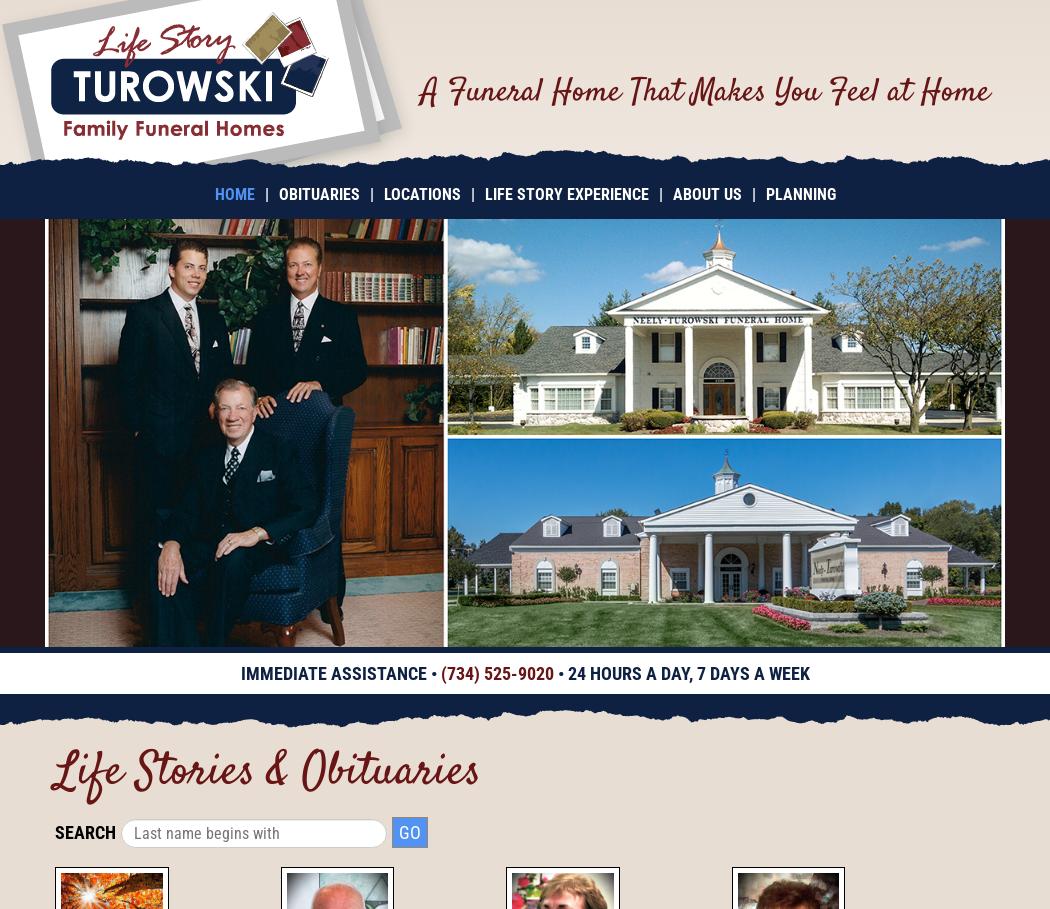  I want to click on 'About Us', so click(671, 194).